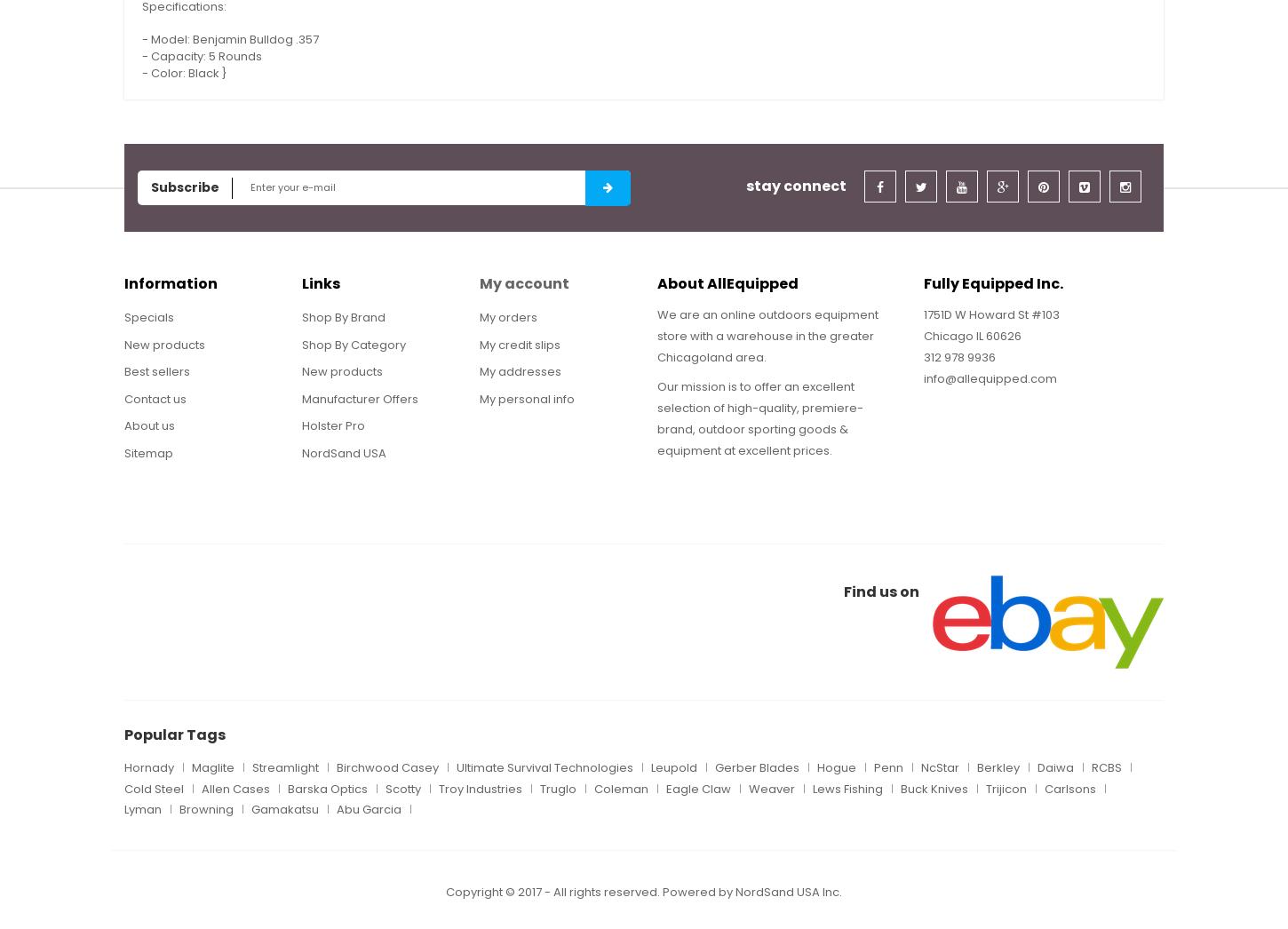  I want to click on 'Lews Fishing', so click(847, 787).